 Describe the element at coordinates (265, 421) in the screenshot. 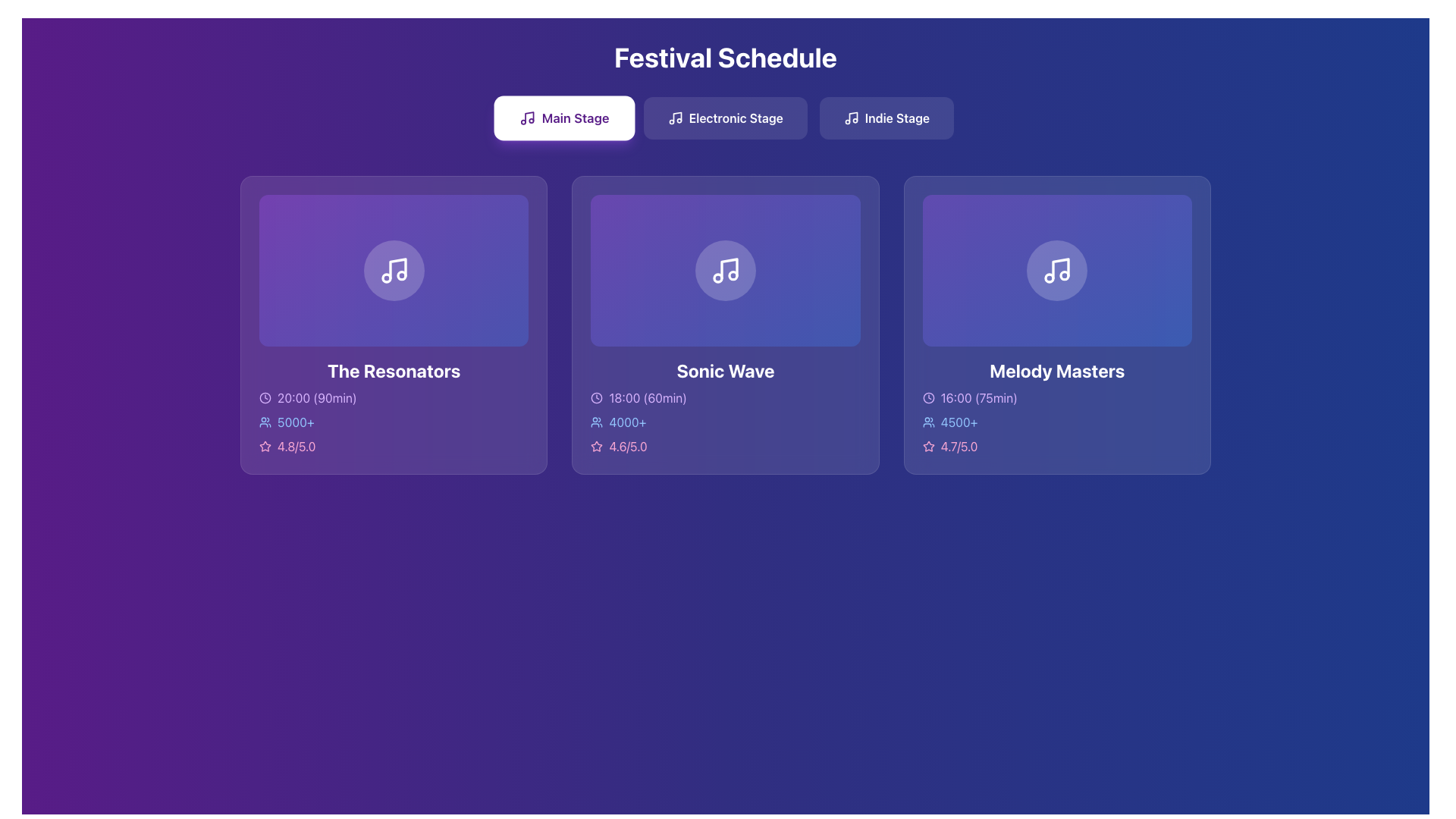

I see `the small icon representing user-related statistics, which is located to the left of the text '5000+' under the event 'The Resonators.'` at that location.